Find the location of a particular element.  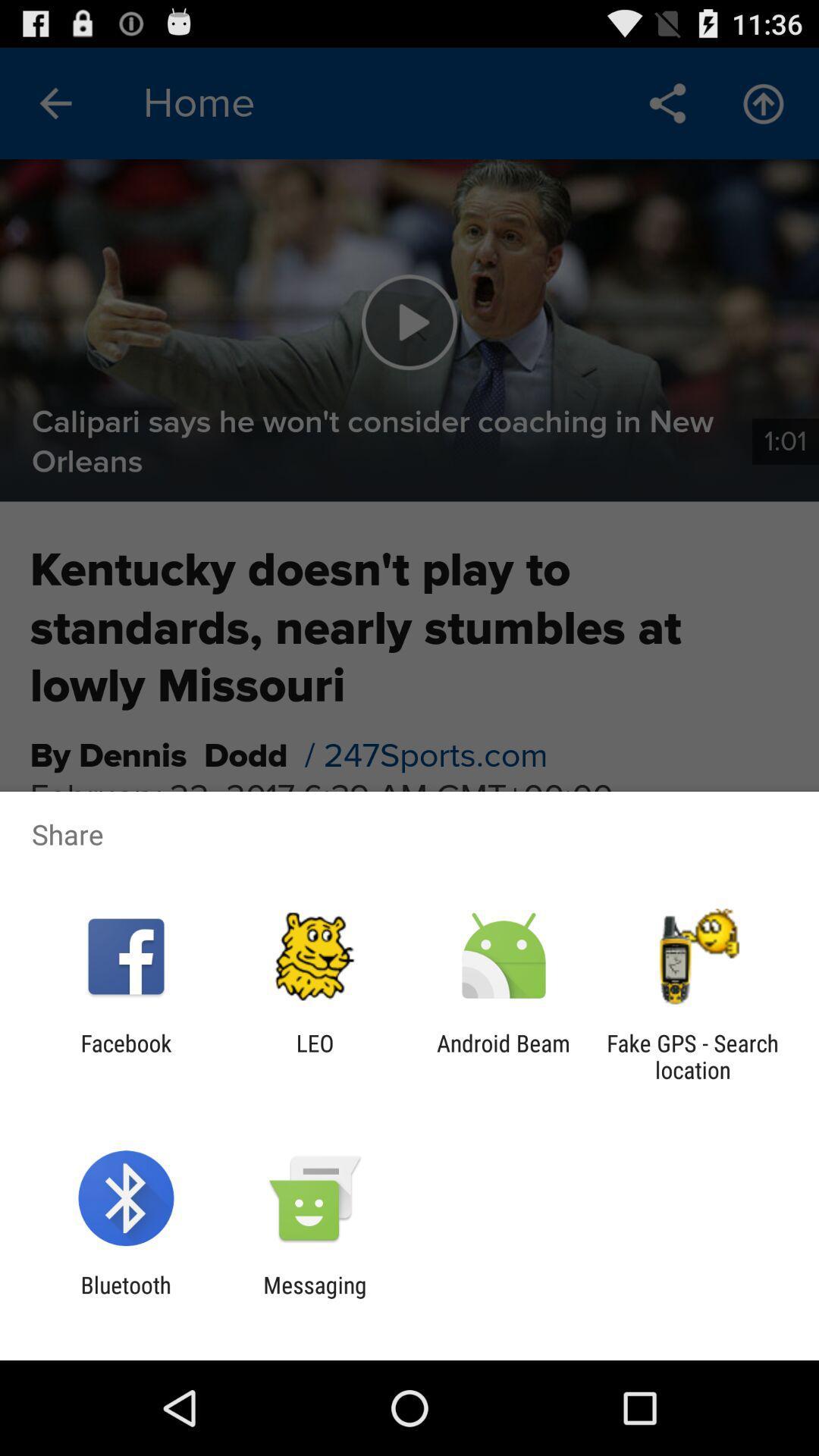

icon next to the leo item is located at coordinates (504, 1056).